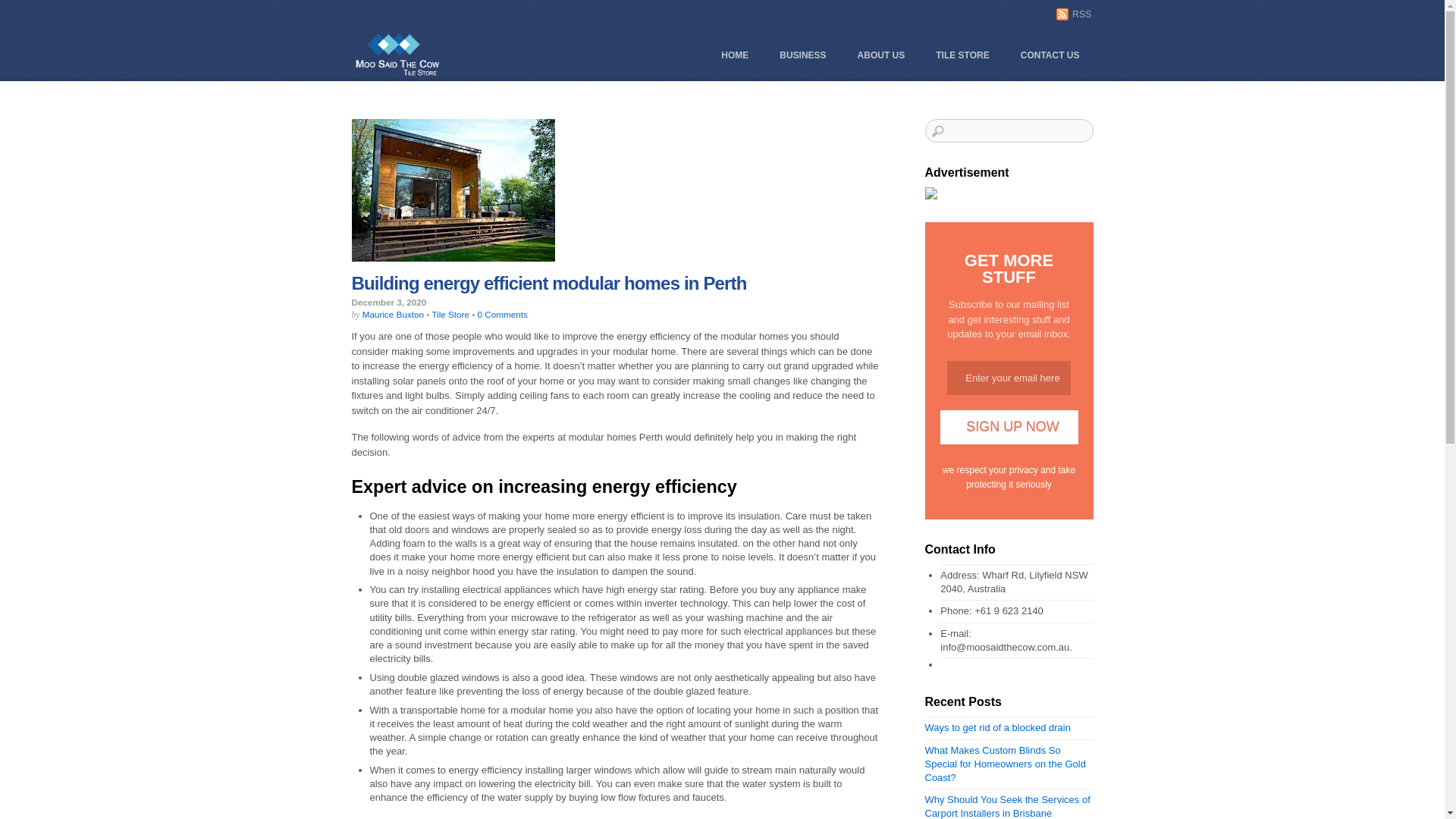 This screenshot has width=1456, height=819. What do you see at coordinates (397, 74) in the screenshot?
I see `'Moo Said The Cow'` at bounding box center [397, 74].